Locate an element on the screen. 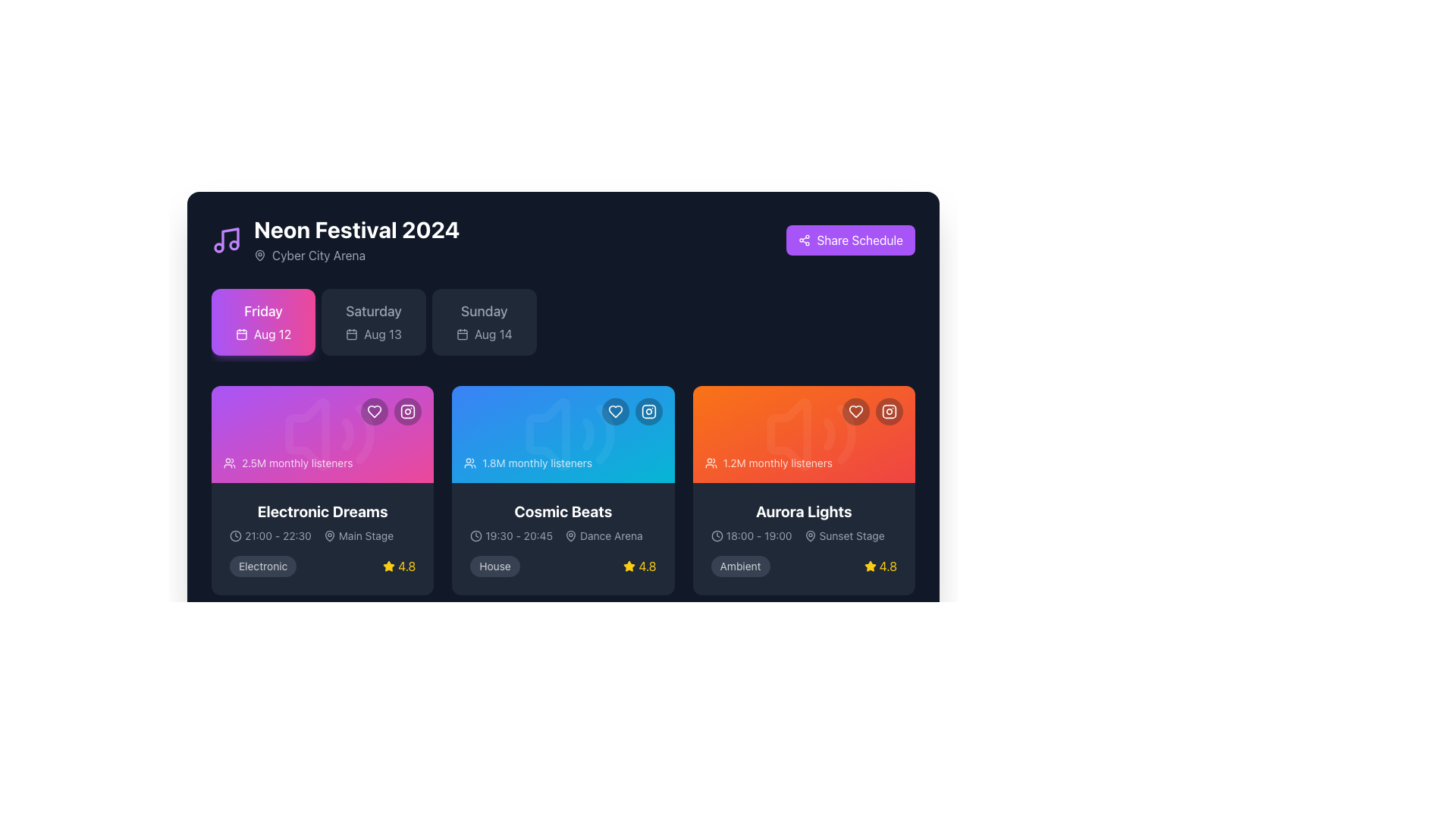 The width and height of the screenshot is (1456, 819). the 'Sunday' text element, which serves as an indicator for the date of the event is located at coordinates (483, 333).